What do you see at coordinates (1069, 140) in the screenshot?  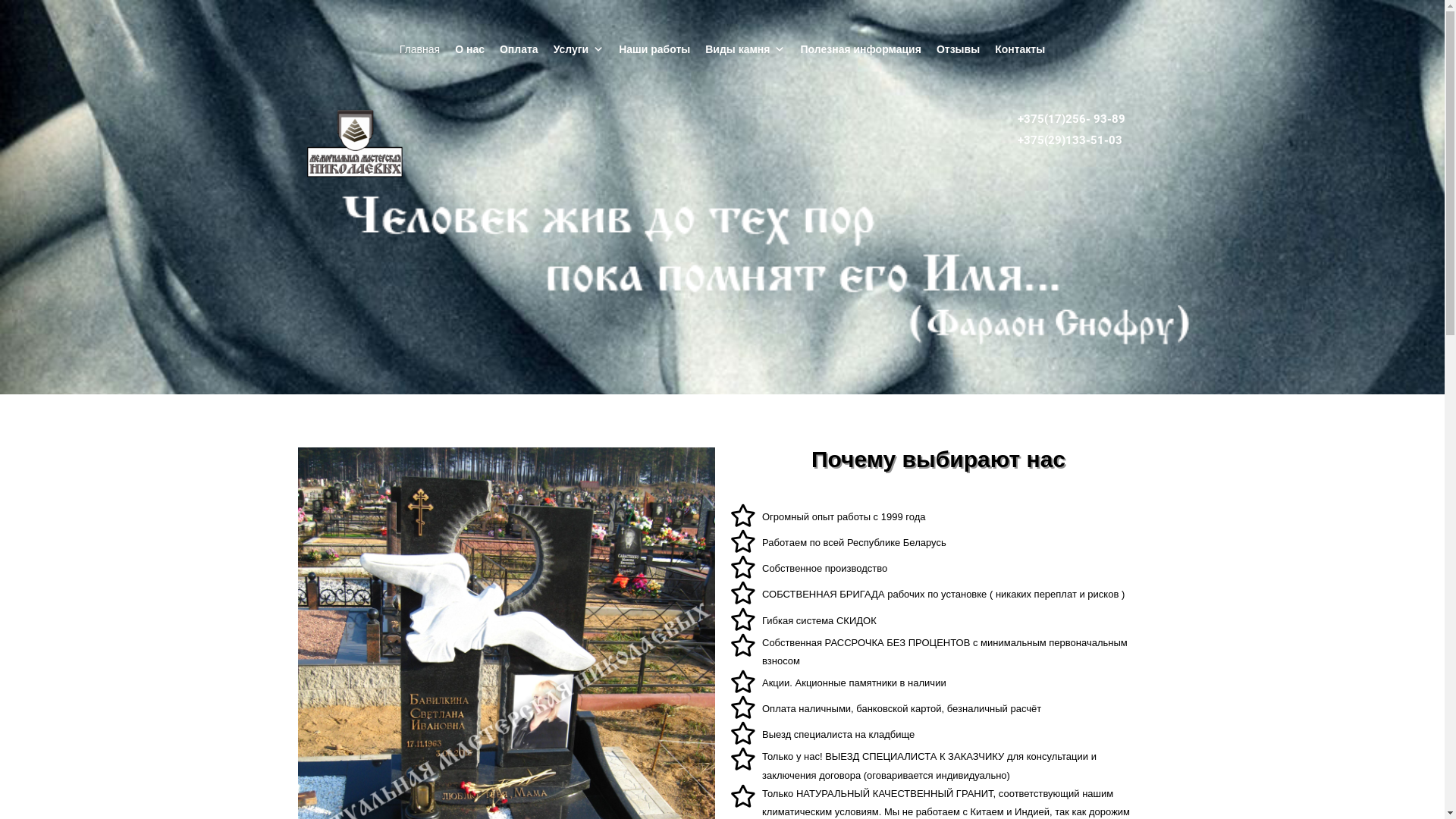 I see `'+375(29)133-51-03'` at bounding box center [1069, 140].